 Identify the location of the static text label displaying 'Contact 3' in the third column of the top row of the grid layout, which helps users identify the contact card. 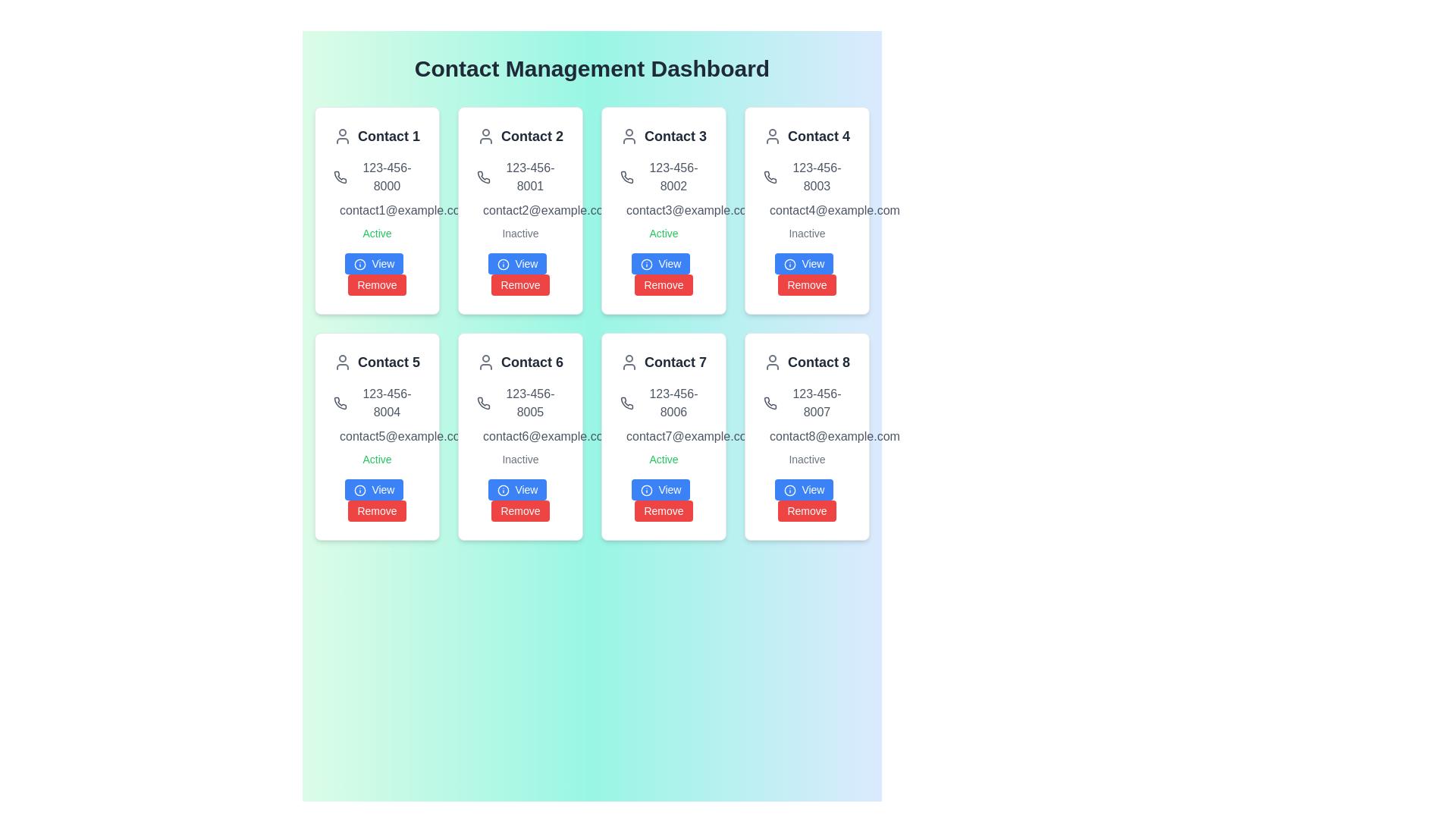
(675, 136).